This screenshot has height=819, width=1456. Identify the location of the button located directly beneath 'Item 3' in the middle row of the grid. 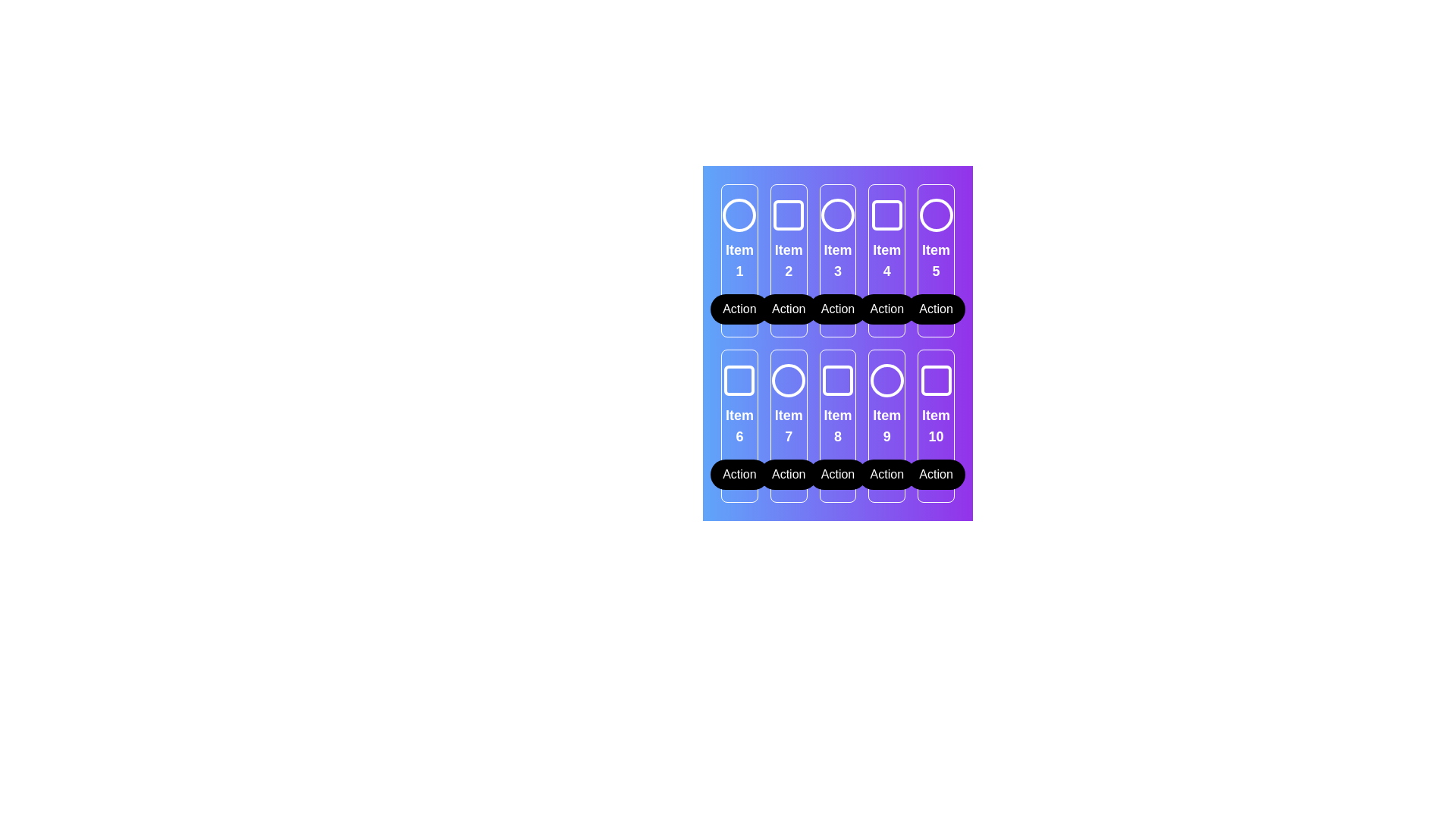
(836, 309).